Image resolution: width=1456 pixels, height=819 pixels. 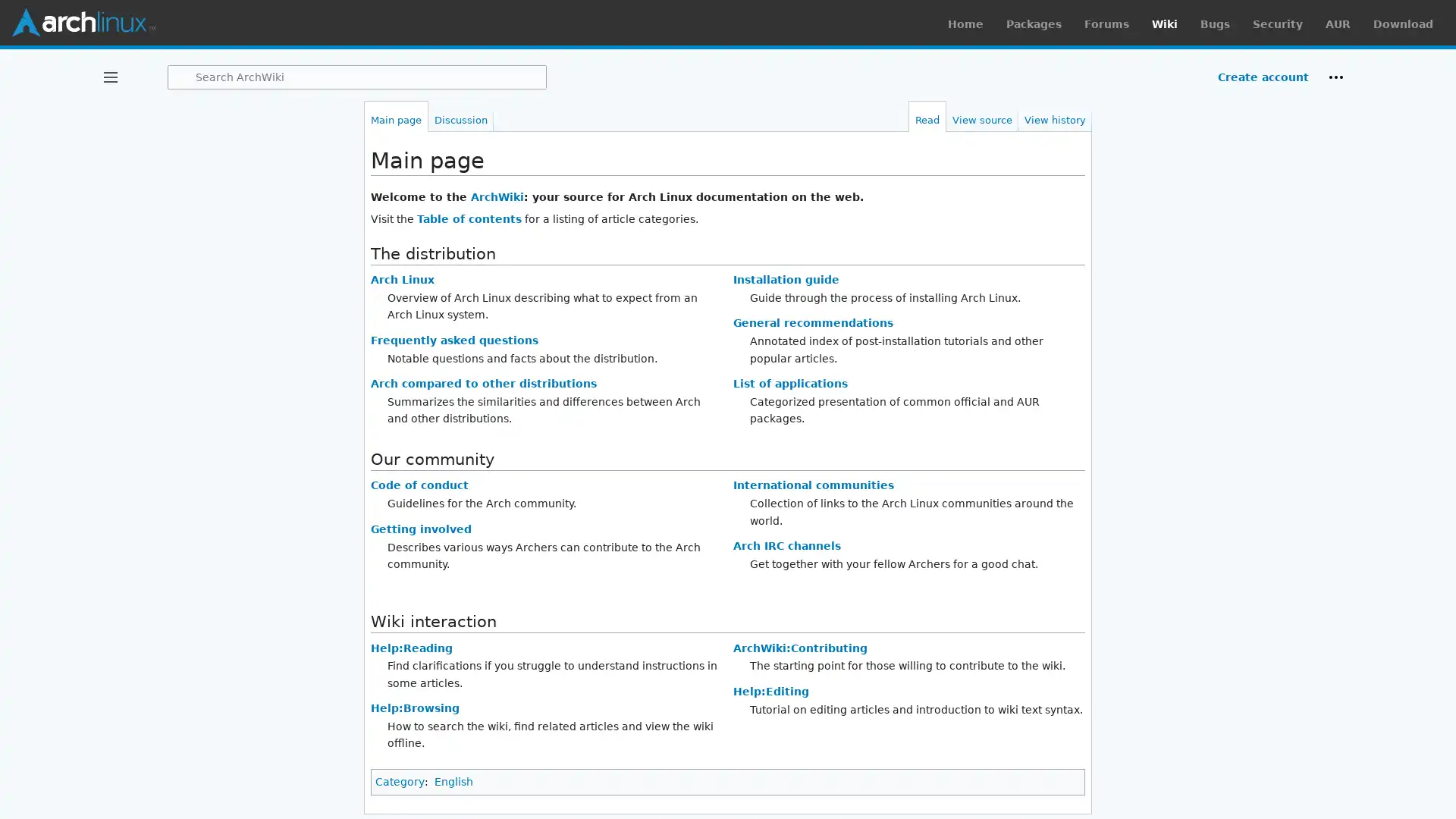 I want to click on Toggle sidebar, so click(x=109, y=77).